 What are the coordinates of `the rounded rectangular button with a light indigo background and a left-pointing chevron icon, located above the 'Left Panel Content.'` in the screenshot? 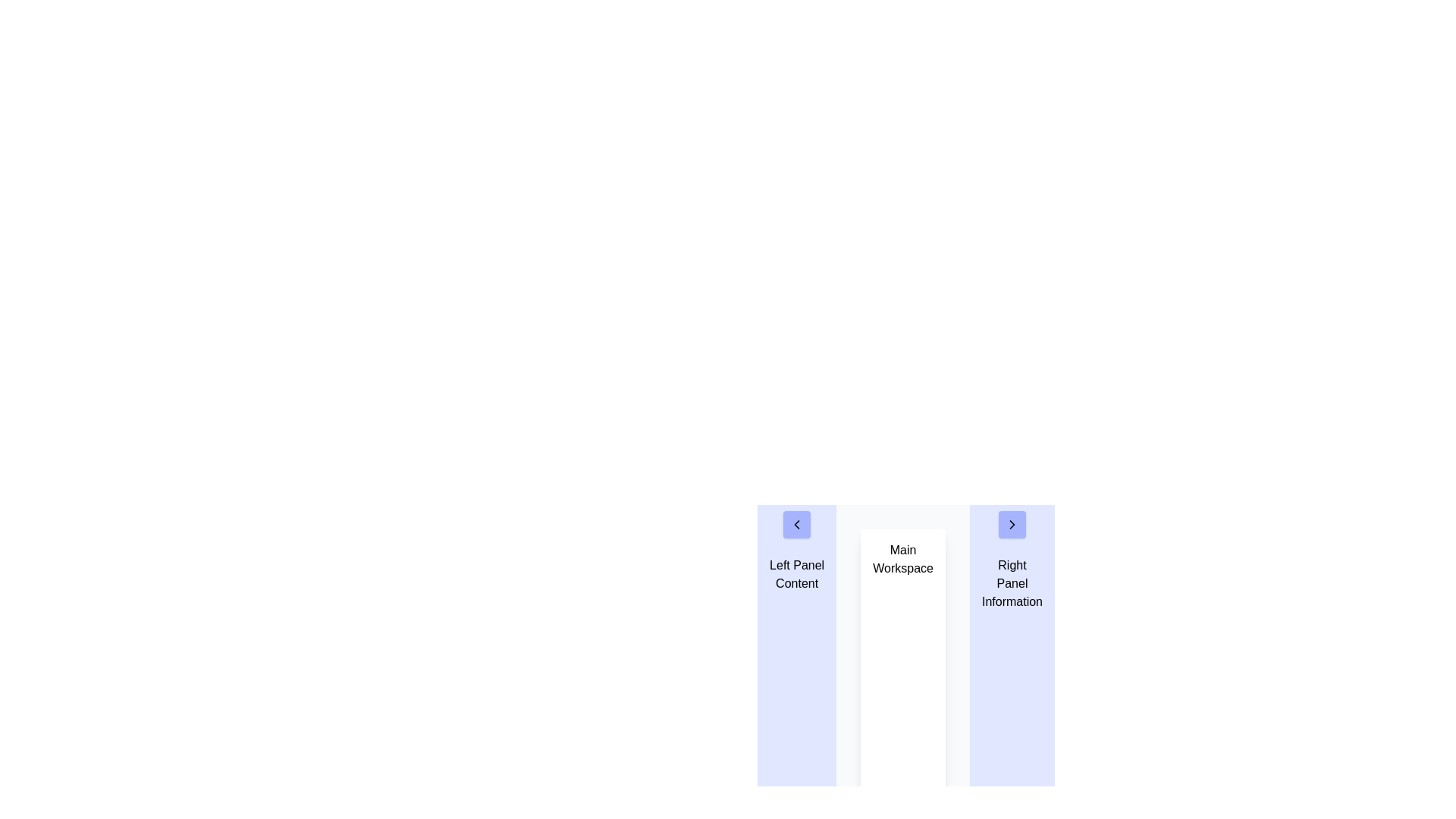 It's located at (796, 523).